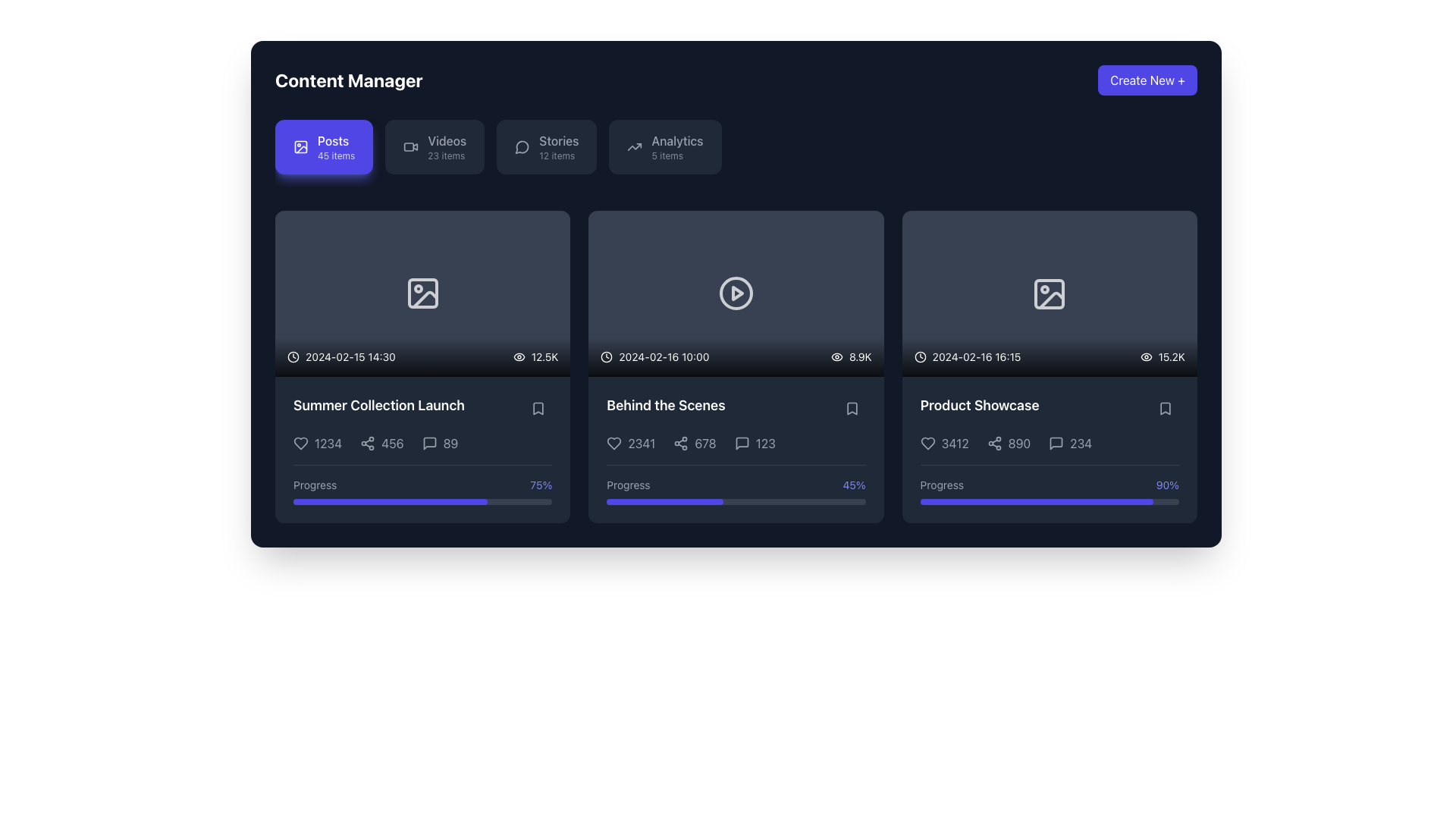 This screenshot has height=819, width=1456. What do you see at coordinates (422, 443) in the screenshot?
I see `the interactive statistics display icons` at bounding box center [422, 443].